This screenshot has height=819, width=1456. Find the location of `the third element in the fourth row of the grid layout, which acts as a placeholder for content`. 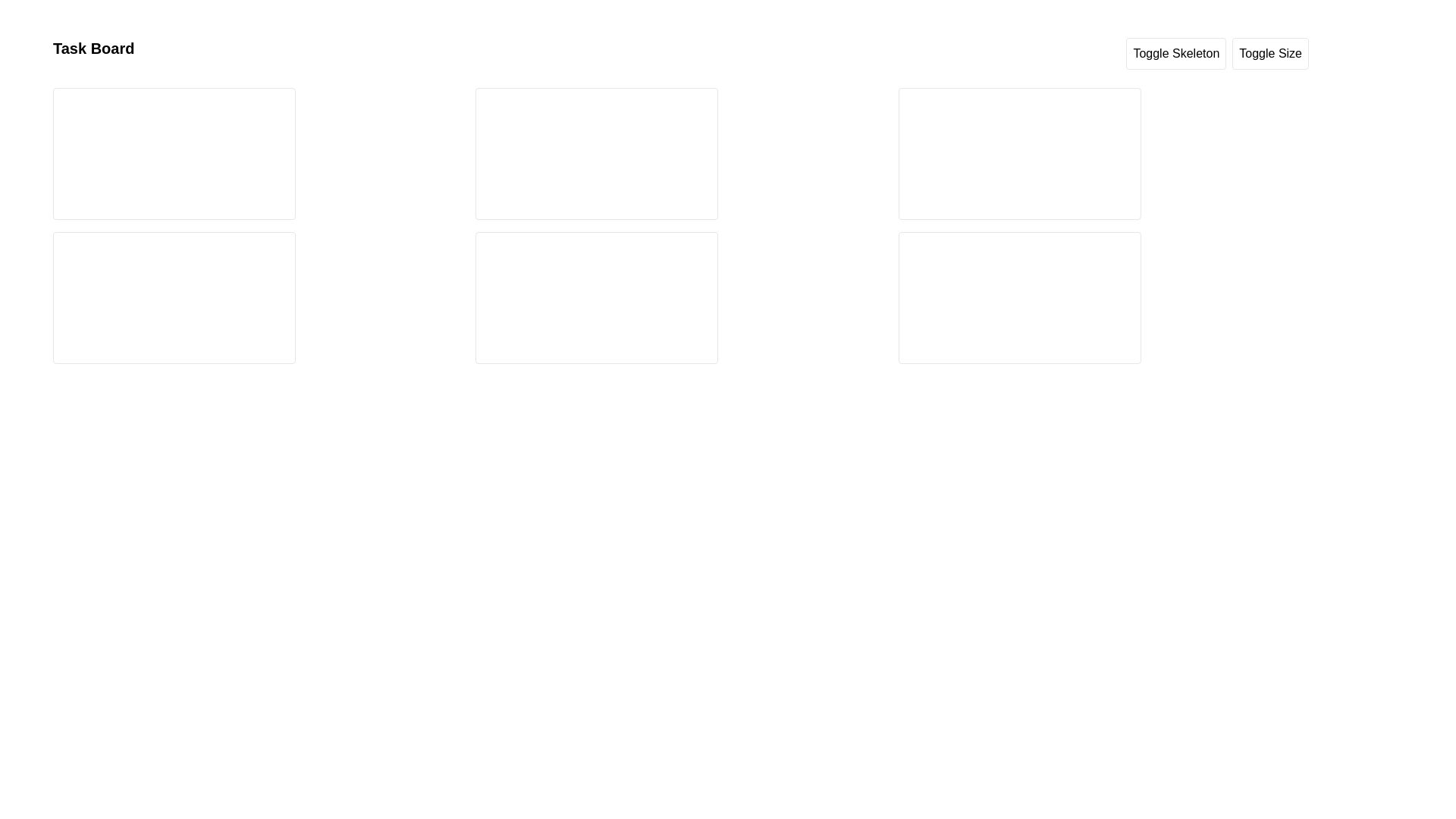

the third element in the fourth row of the grid layout, which acts as a placeholder for content is located at coordinates (1019, 298).